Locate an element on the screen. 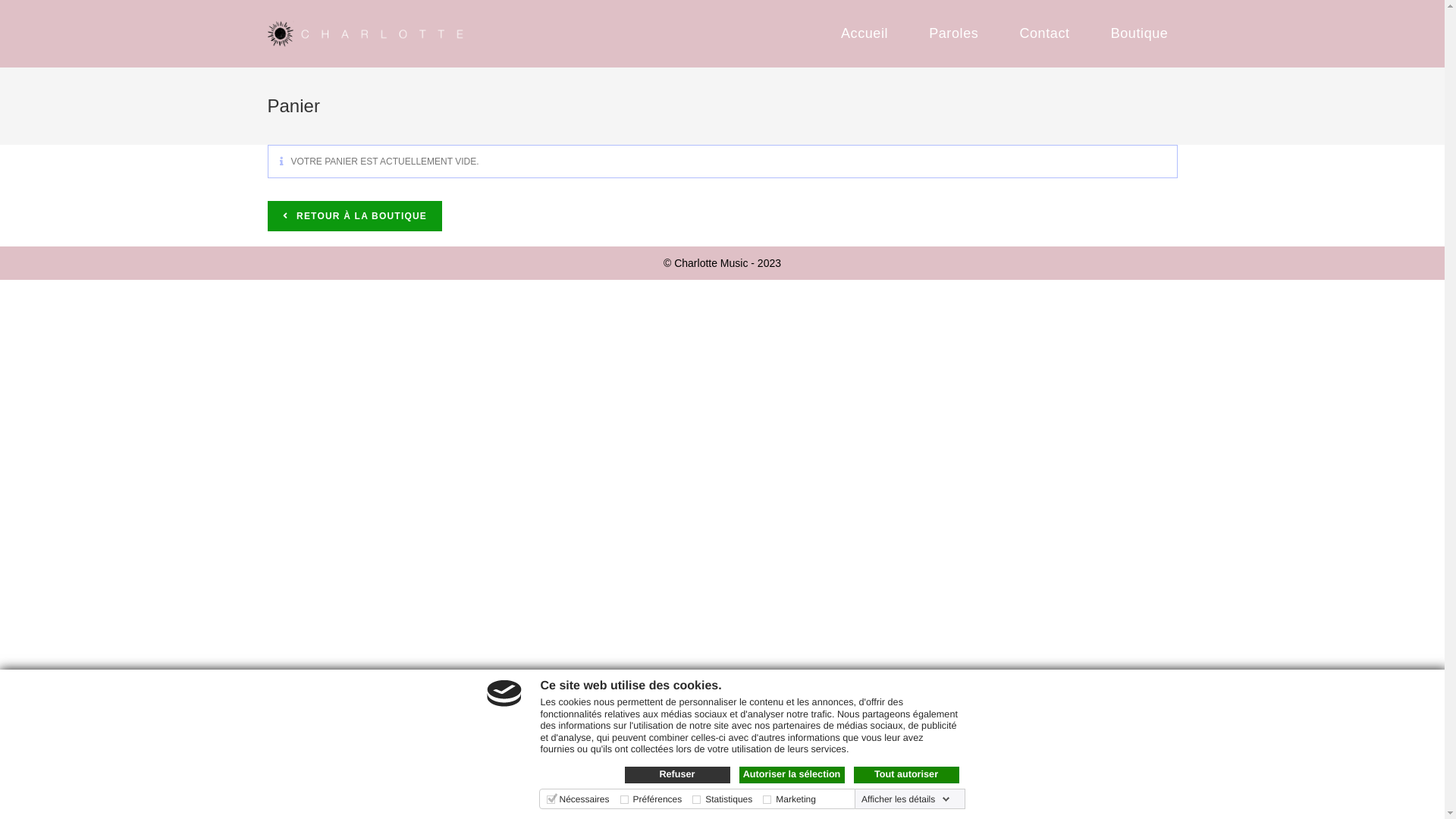 The width and height of the screenshot is (1456, 819). 'Boutique' is located at coordinates (1139, 33).